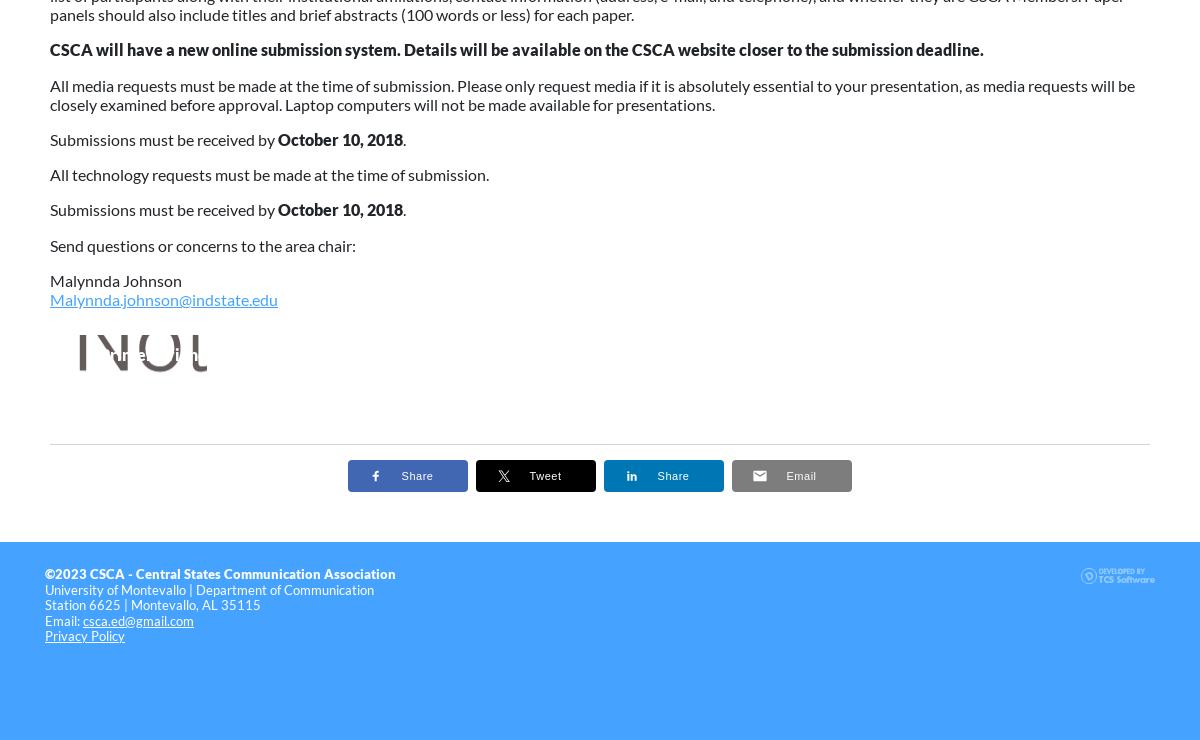  Describe the element at coordinates (50, 174) in the screenshot. I see `'All technology requests must be made at the time of submission.'` at that location.